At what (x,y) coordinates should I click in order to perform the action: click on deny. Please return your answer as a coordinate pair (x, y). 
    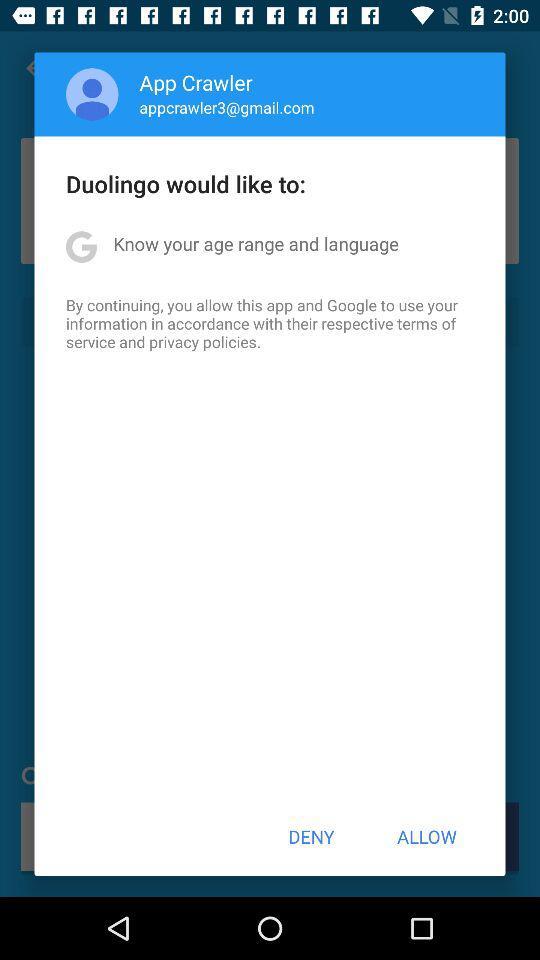
    Looking at the image, I should click on (311, 836).